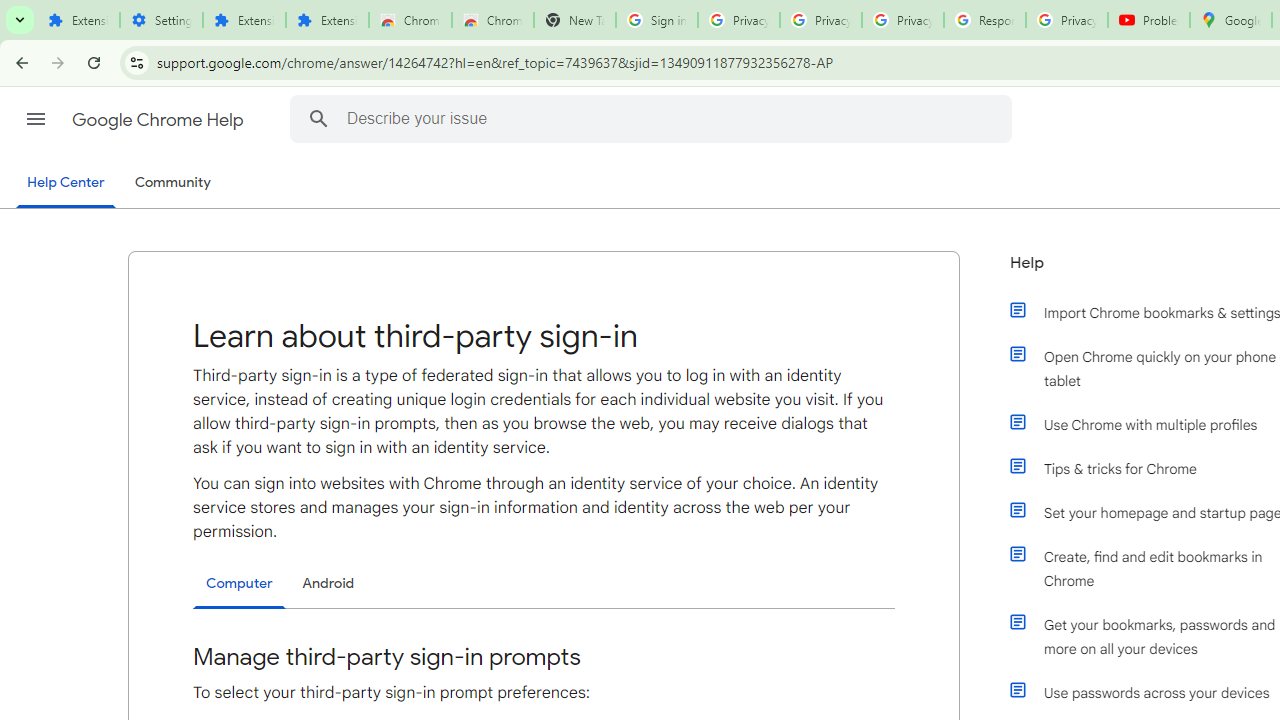 The width and height of the screenshot is (1280, 720). What do you see at coordinates (492, 20) in the screenshot?
I see `'Chrome Web Store - Themes'` at bounding box center [492, 20].